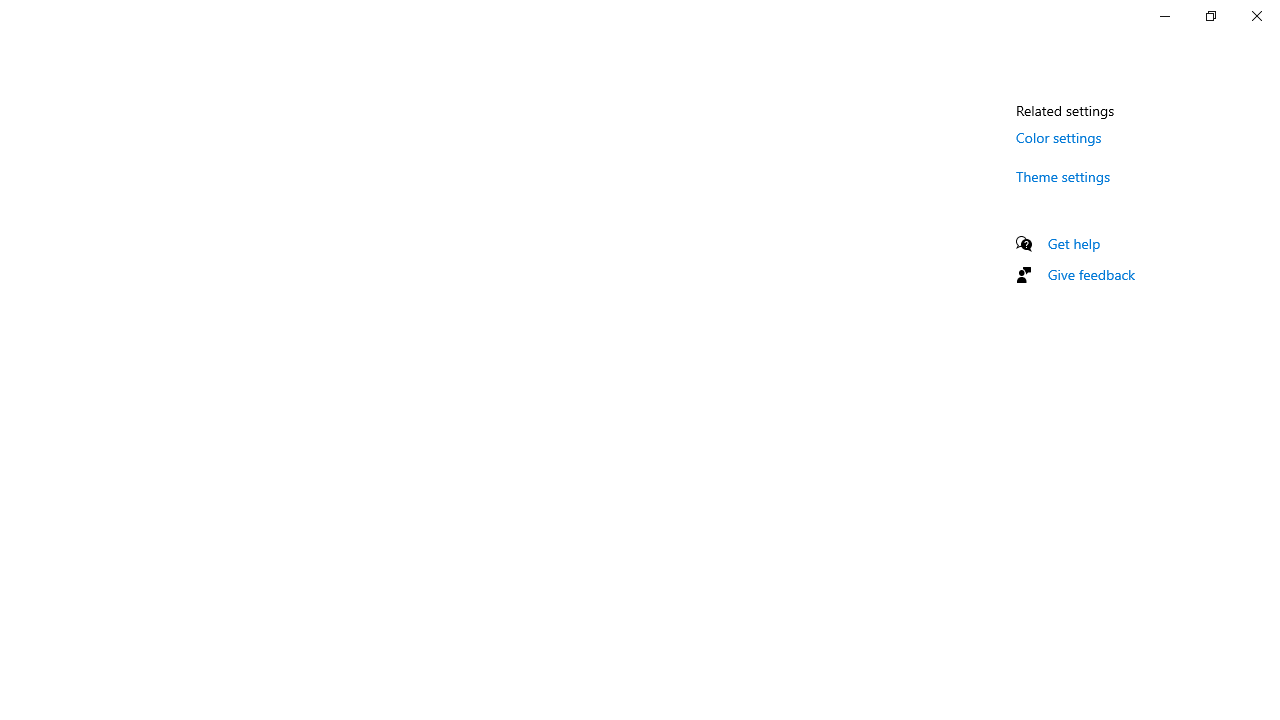  I want to click on 'Restore Settings', so click(1209, 15).